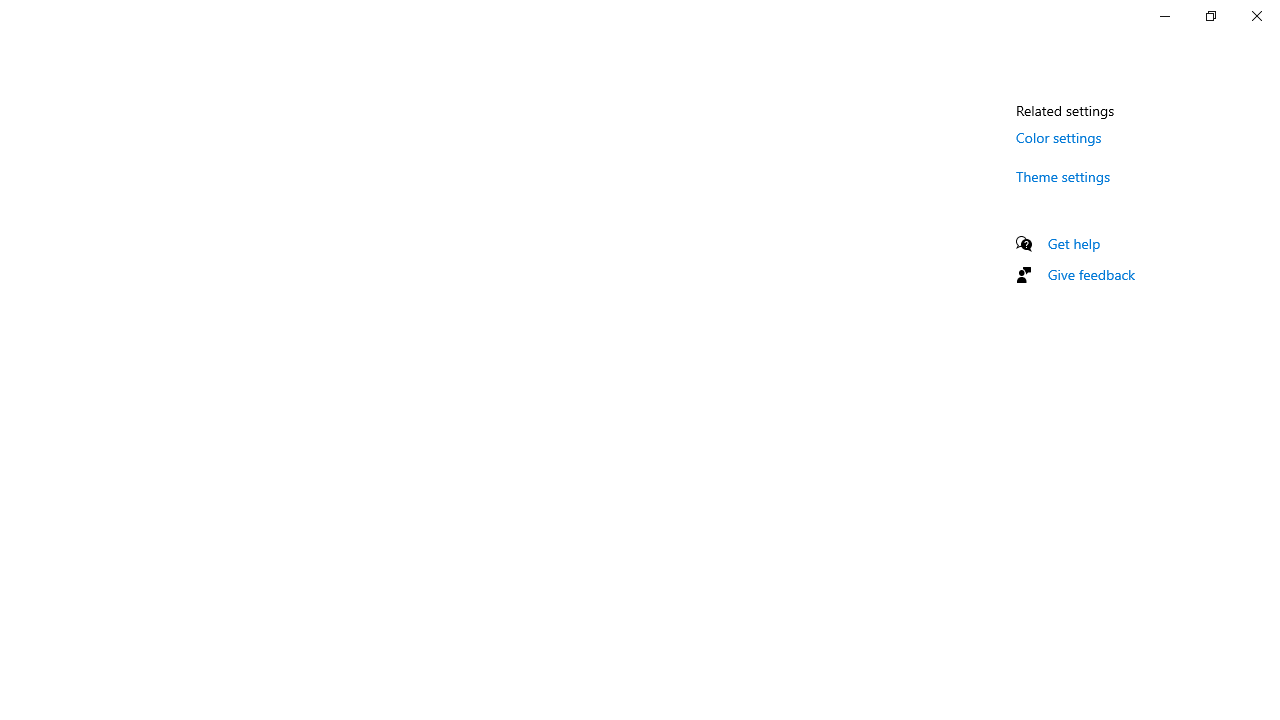  I want to click on 'Restore Settings', so click(1209, 15).